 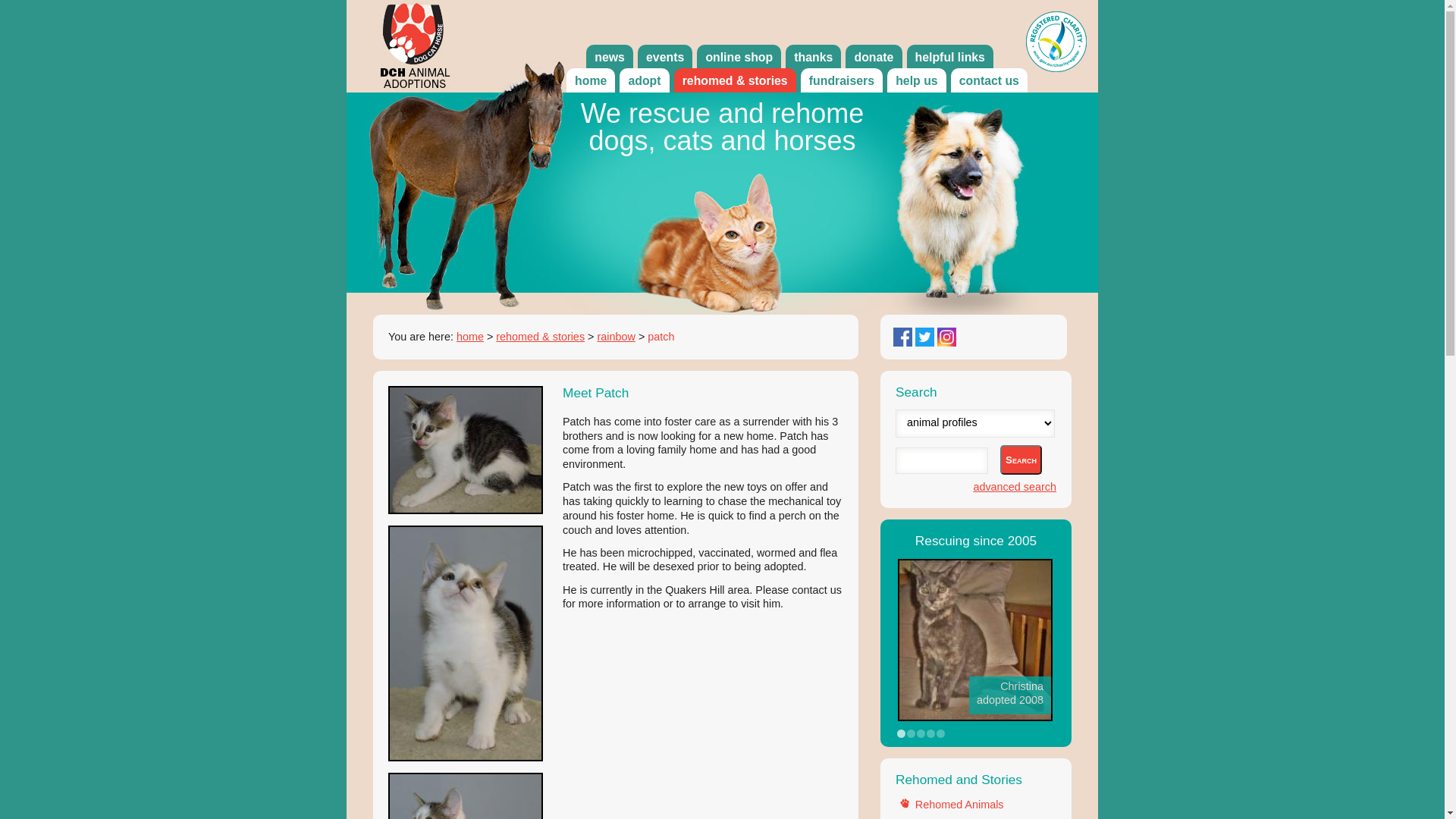 What do you see at coordinates (465, 643) in the screenshot?
I see `'4077-Patch-picture1'` at bounding box center [465, 643].